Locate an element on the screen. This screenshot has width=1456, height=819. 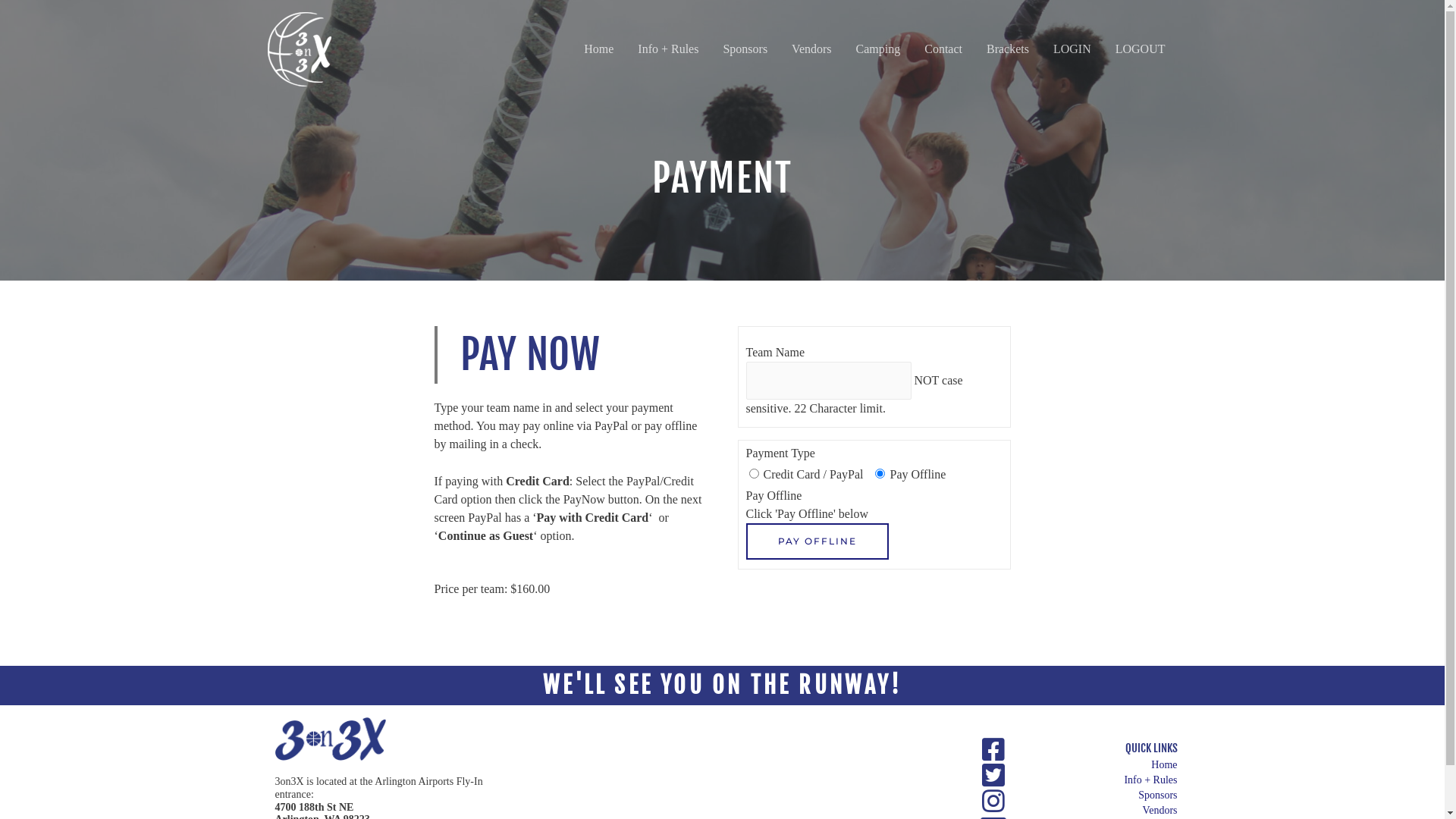
'Brackets' is located at coordinates (1008, 49).